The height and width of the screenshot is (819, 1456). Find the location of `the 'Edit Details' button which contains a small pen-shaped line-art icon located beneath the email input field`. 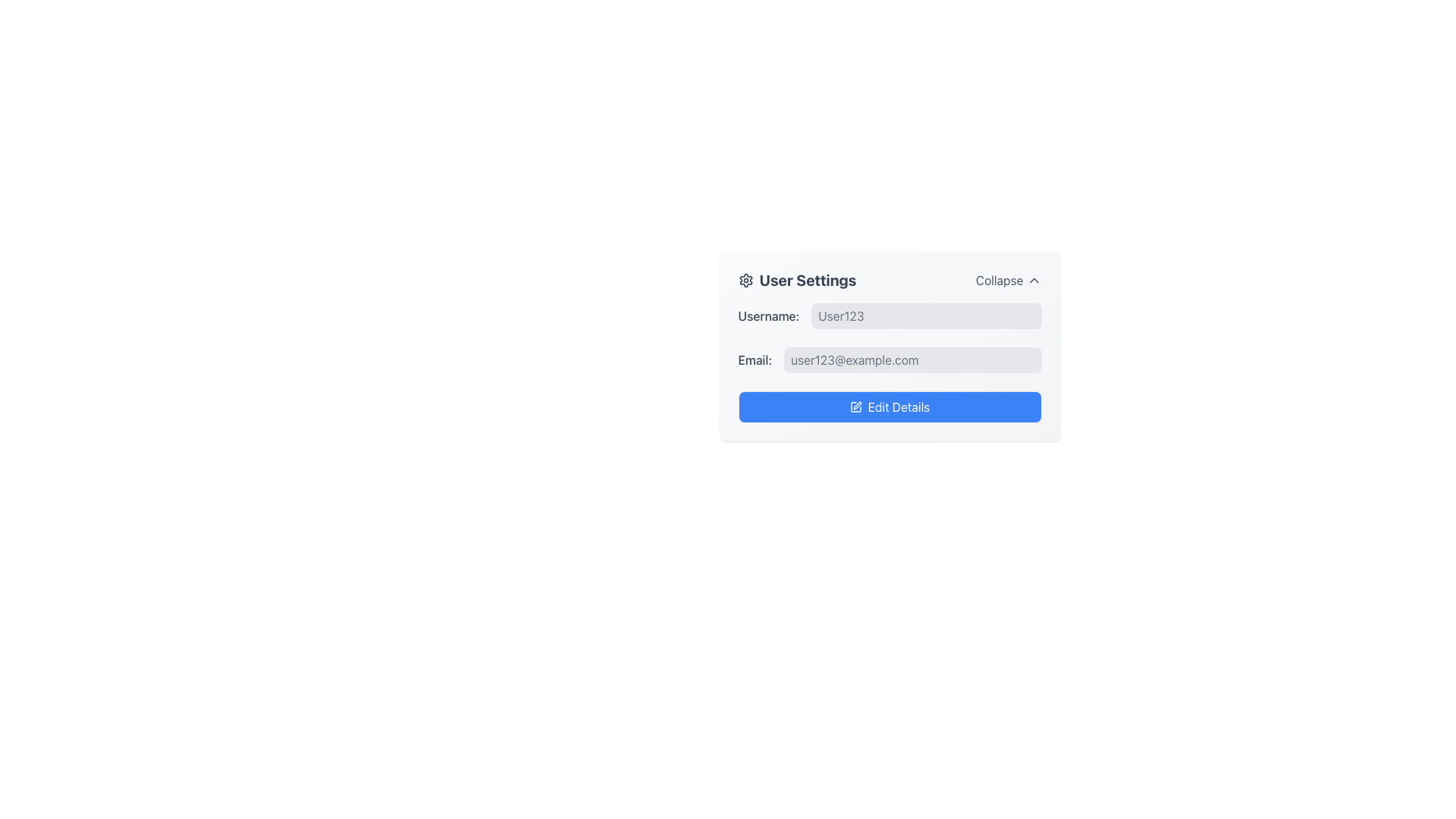

the 'Edit Details' button which contains a small pen-shaped line-art icon located beneath the email input field is located at coordinates (856, 405).